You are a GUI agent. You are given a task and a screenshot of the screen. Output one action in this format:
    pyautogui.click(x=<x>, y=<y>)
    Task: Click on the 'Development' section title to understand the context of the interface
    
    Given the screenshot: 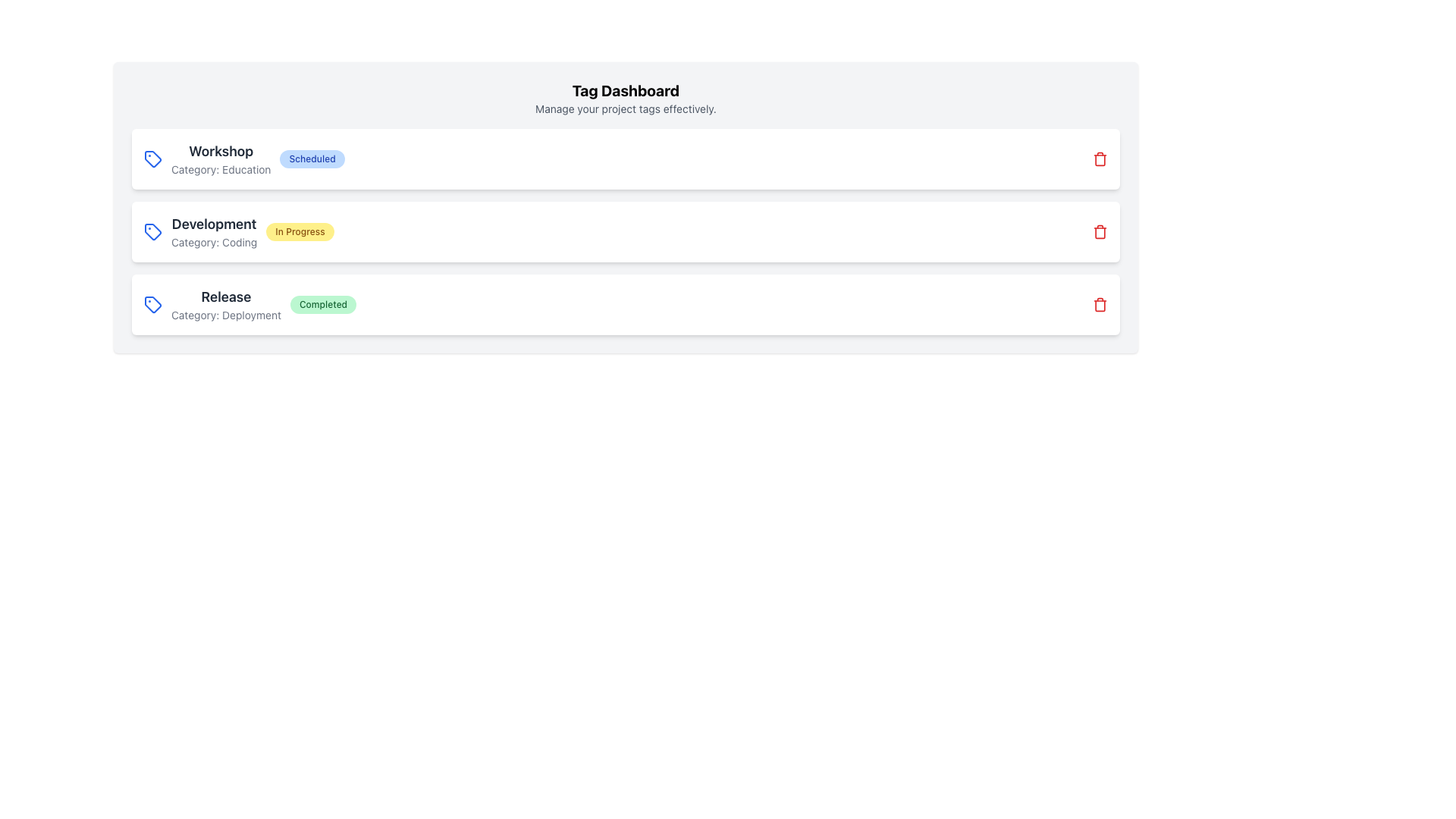 What is the action you would take?
    pyautogui.click(x=213, y=224)
    